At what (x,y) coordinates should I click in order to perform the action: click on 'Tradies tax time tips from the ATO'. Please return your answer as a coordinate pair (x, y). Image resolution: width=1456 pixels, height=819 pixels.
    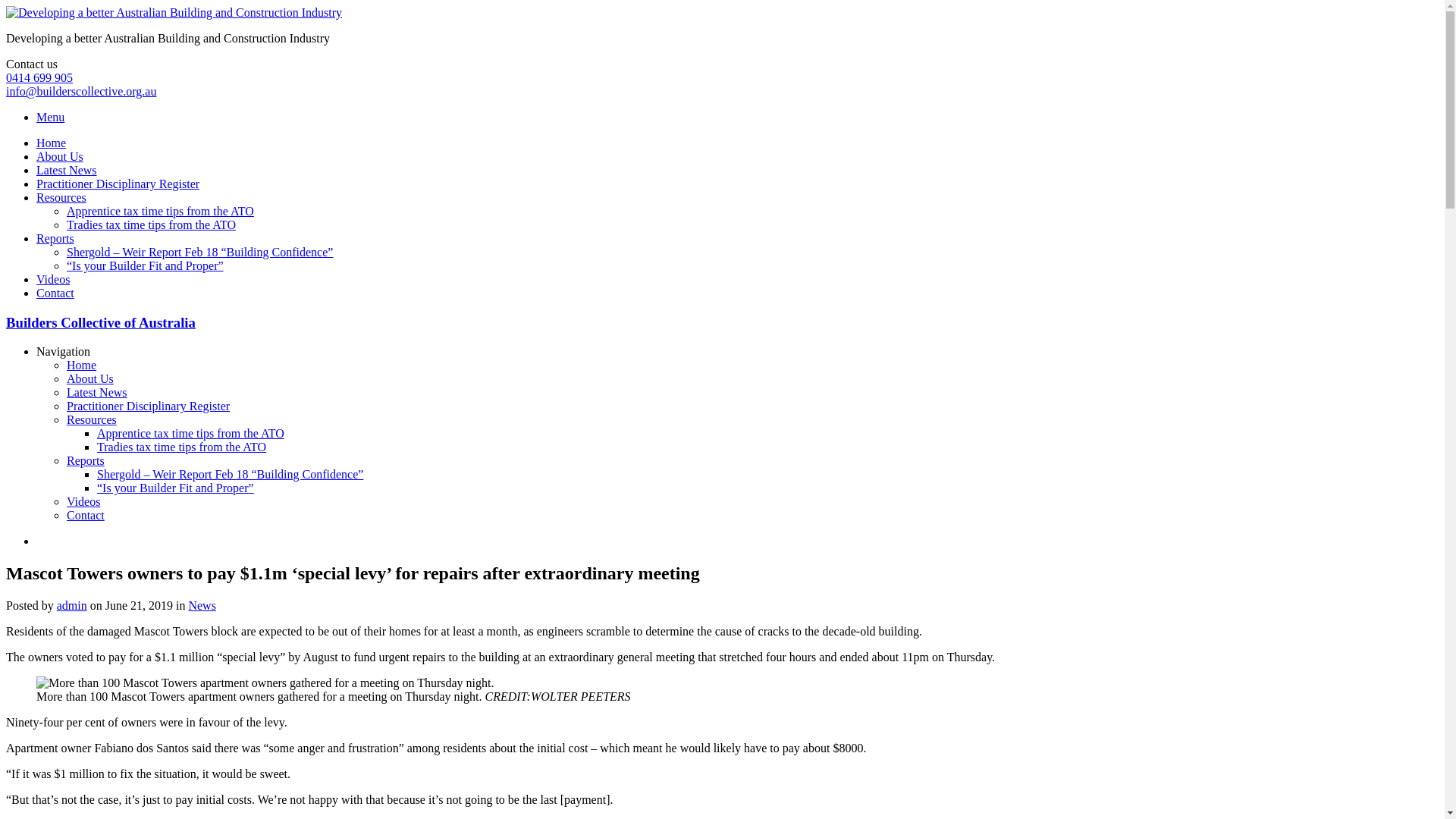
    Looking at the image, I should click on (151, 224).